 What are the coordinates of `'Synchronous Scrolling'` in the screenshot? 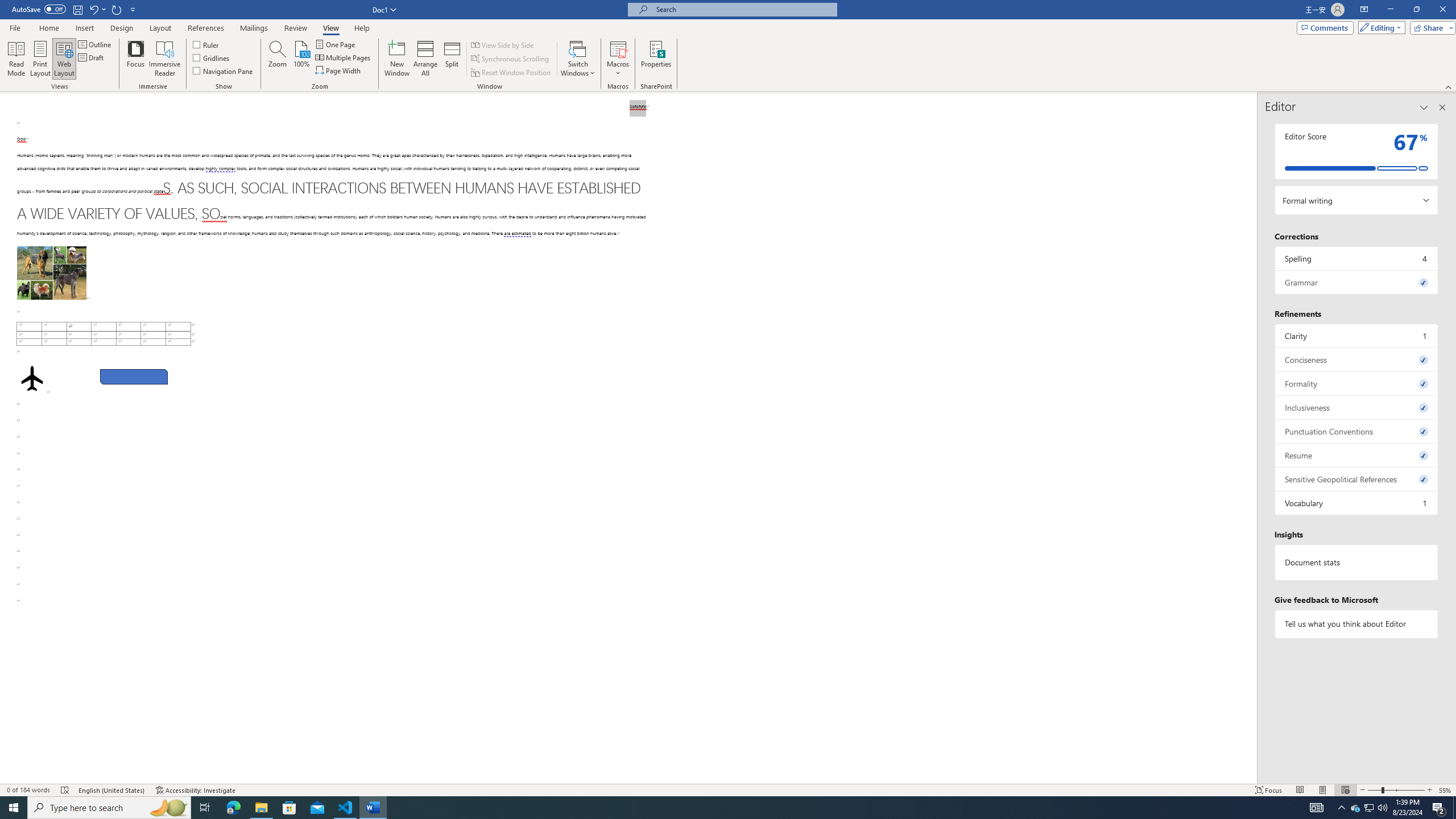 It's located at (510, 59).